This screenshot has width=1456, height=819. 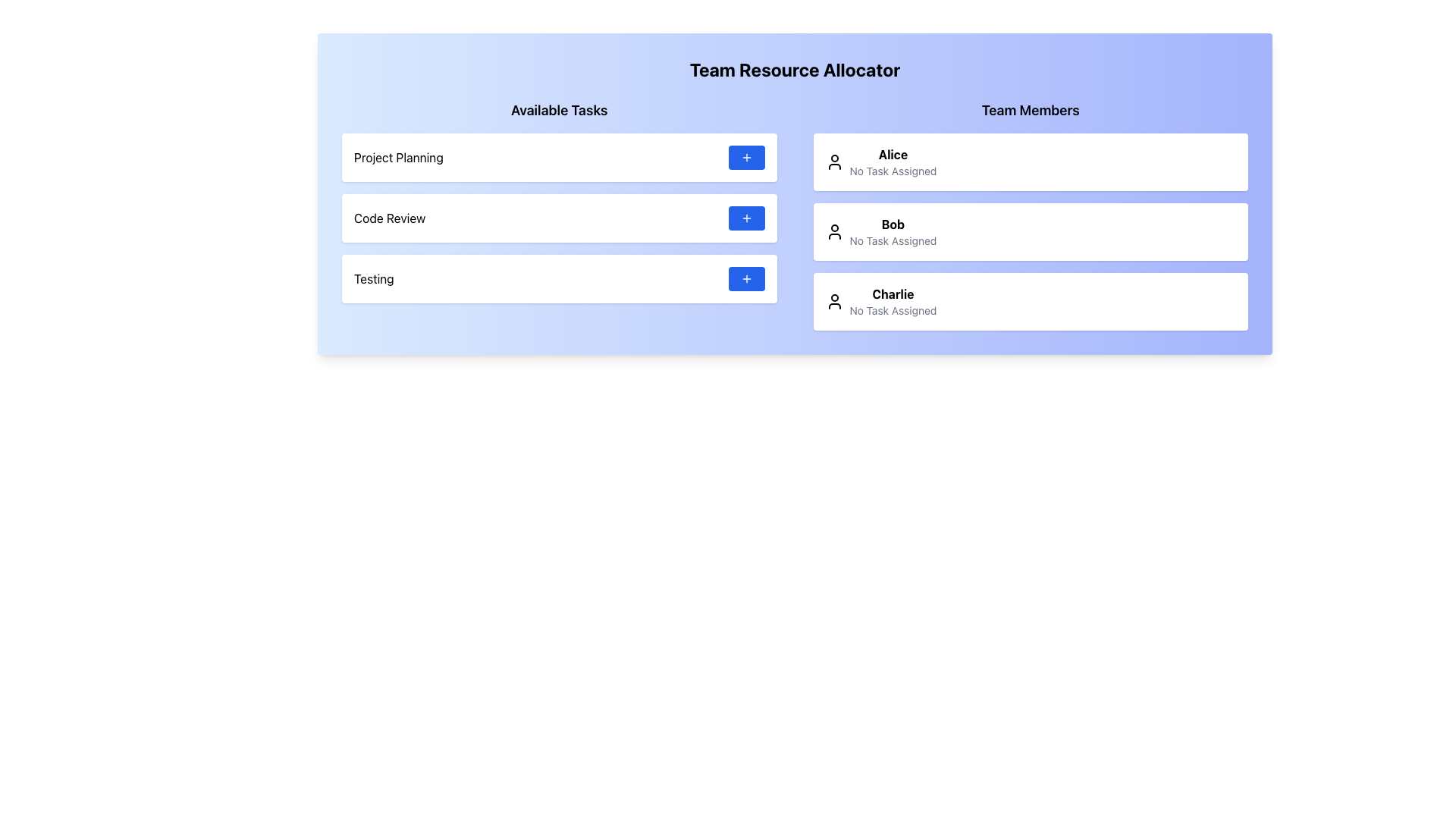 I want to click on the Label displaying 'Alice' in the team roster, which indicates their assignment status as 'No Task Assigned'. This element is located in the topmost block under the 'Team Members' column, to the right side of the interface, so click(x=893, y=162).